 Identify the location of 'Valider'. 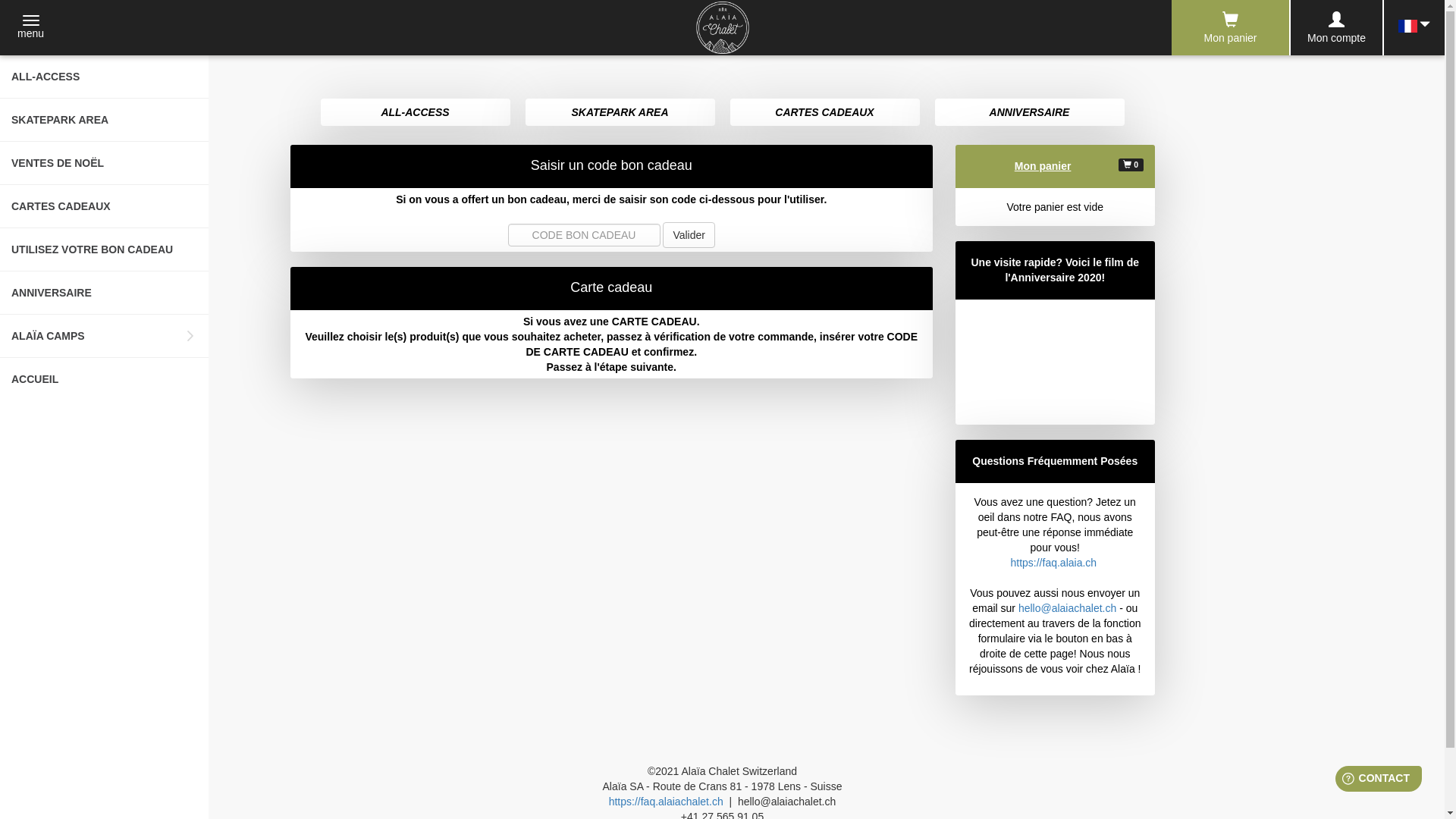
(688, 234).